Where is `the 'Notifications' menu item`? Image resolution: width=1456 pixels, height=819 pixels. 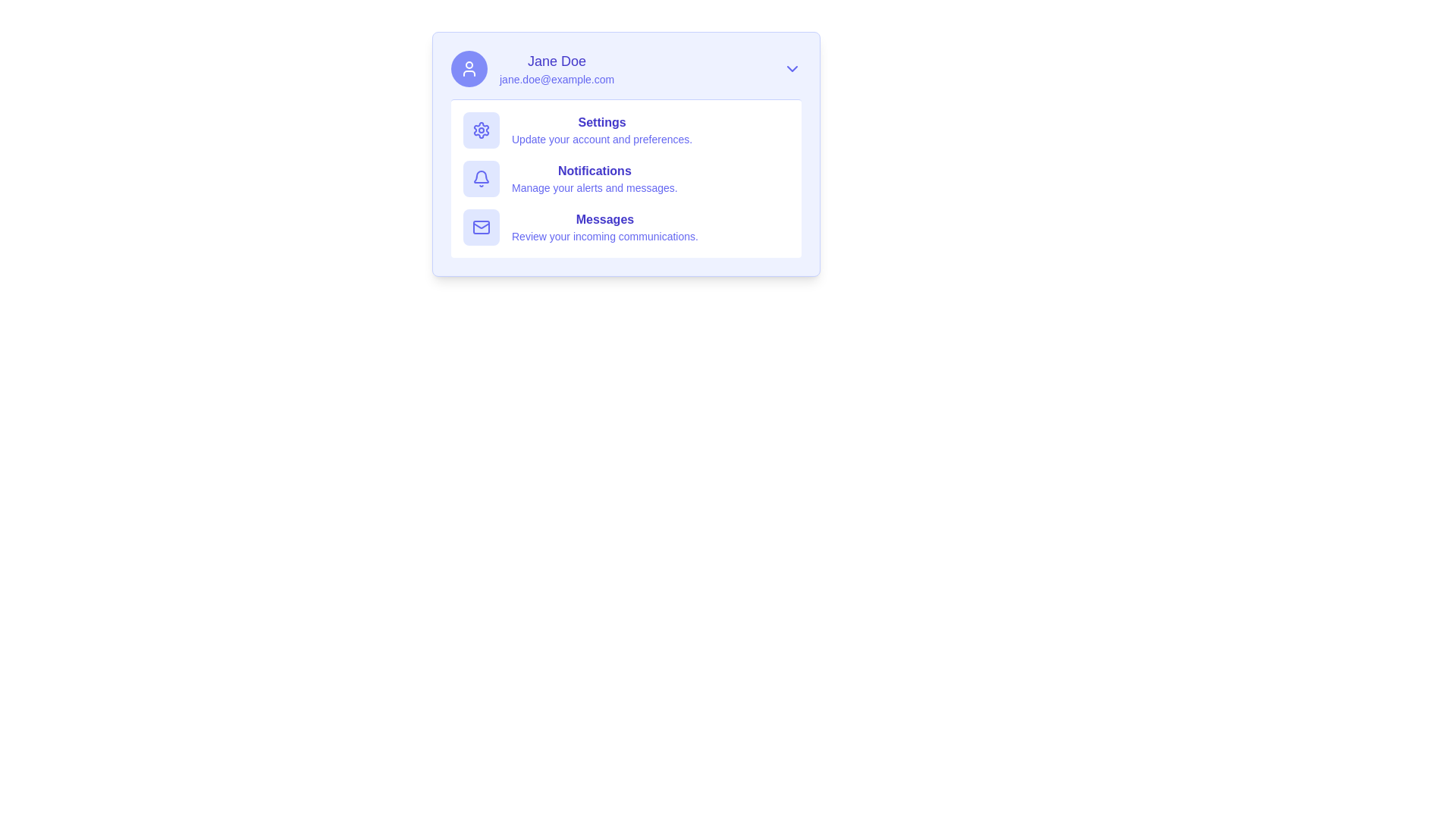
the 'Notifications' menu item is located at coordinates (594, 177).